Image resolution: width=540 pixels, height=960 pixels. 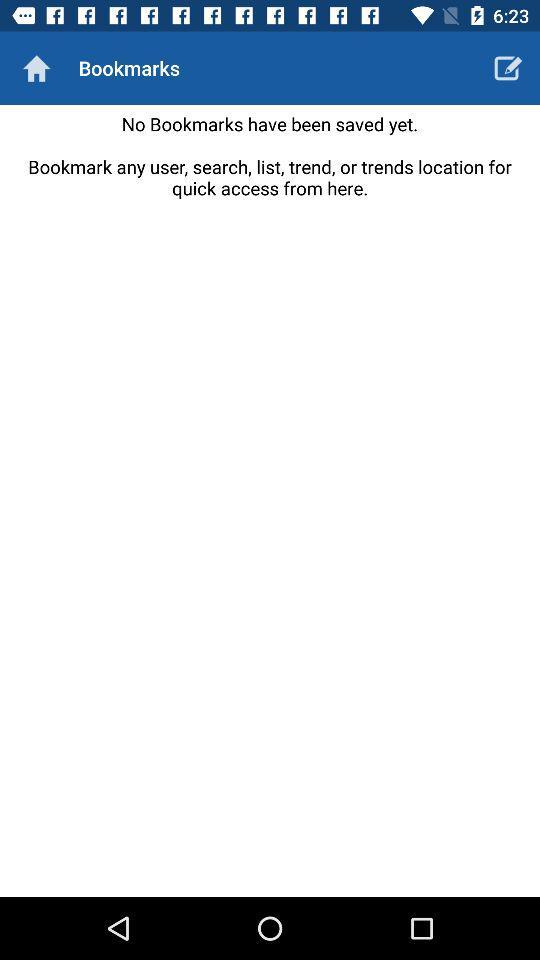 What do you see at coordinates (508, 68) in the screenshot?
I see `item at the top right corner` at bounding box center [508, 68].